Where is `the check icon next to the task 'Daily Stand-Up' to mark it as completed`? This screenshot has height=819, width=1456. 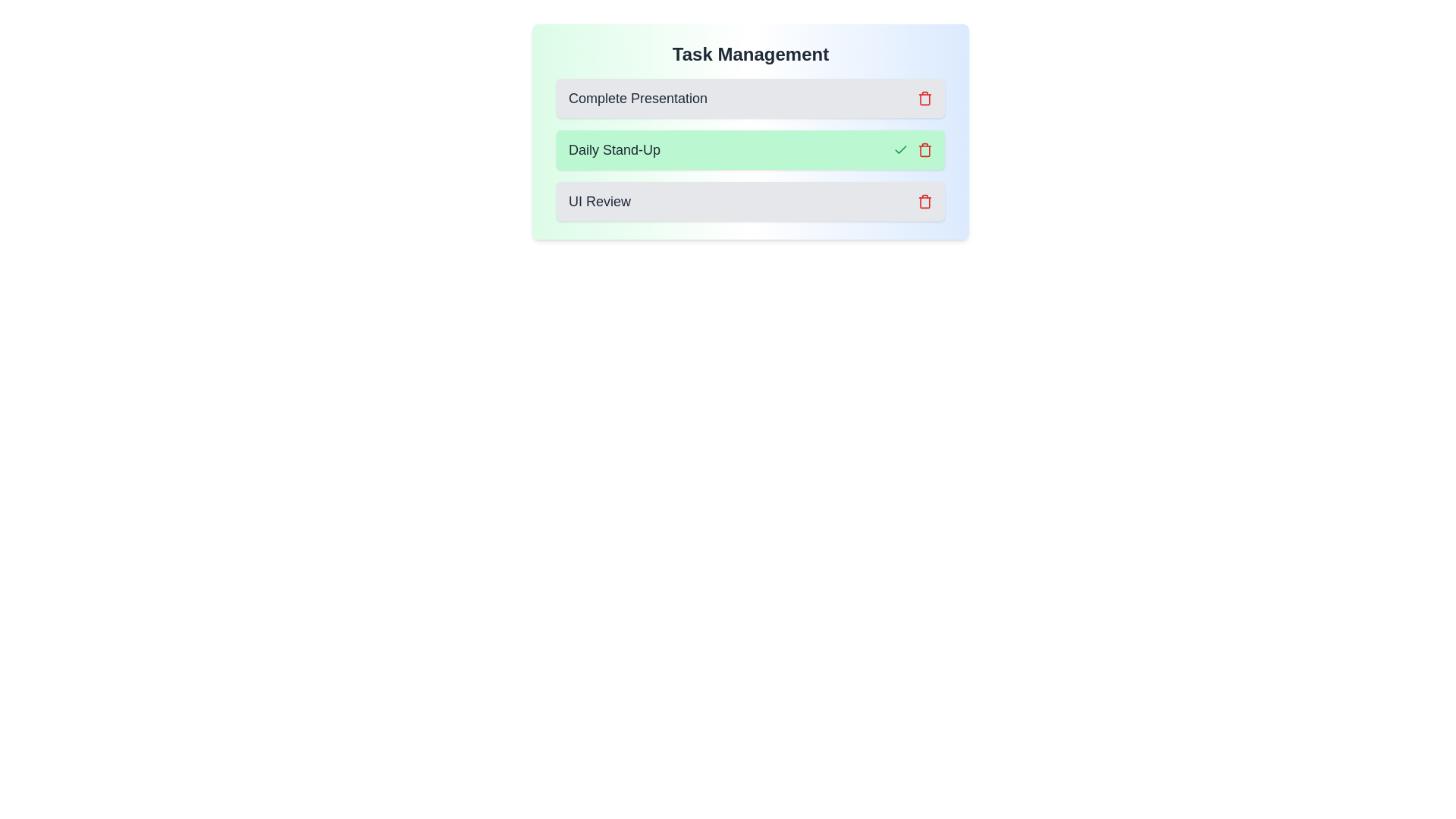 the check icon next to the task 'Daily Stand-Up' to mark it as completed is located at coordinates (901, 149).